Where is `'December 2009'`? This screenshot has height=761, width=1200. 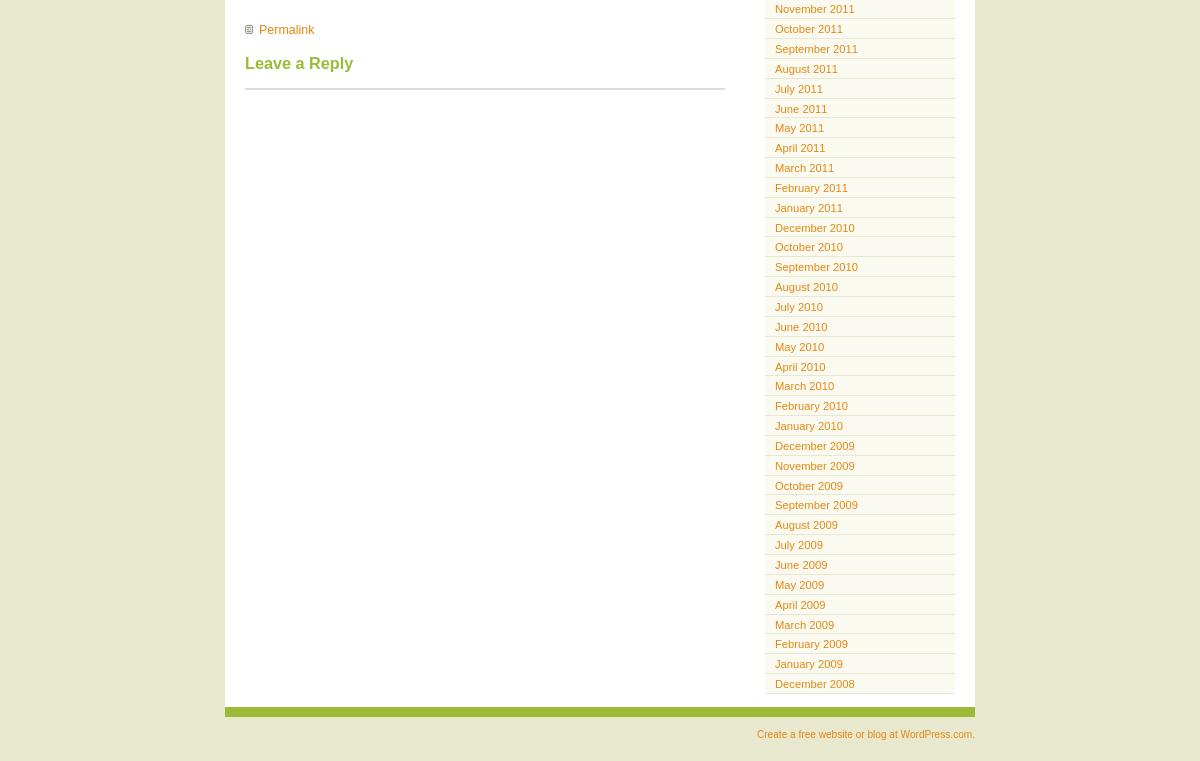
'December 2009' is located at coordinates (813, 445).